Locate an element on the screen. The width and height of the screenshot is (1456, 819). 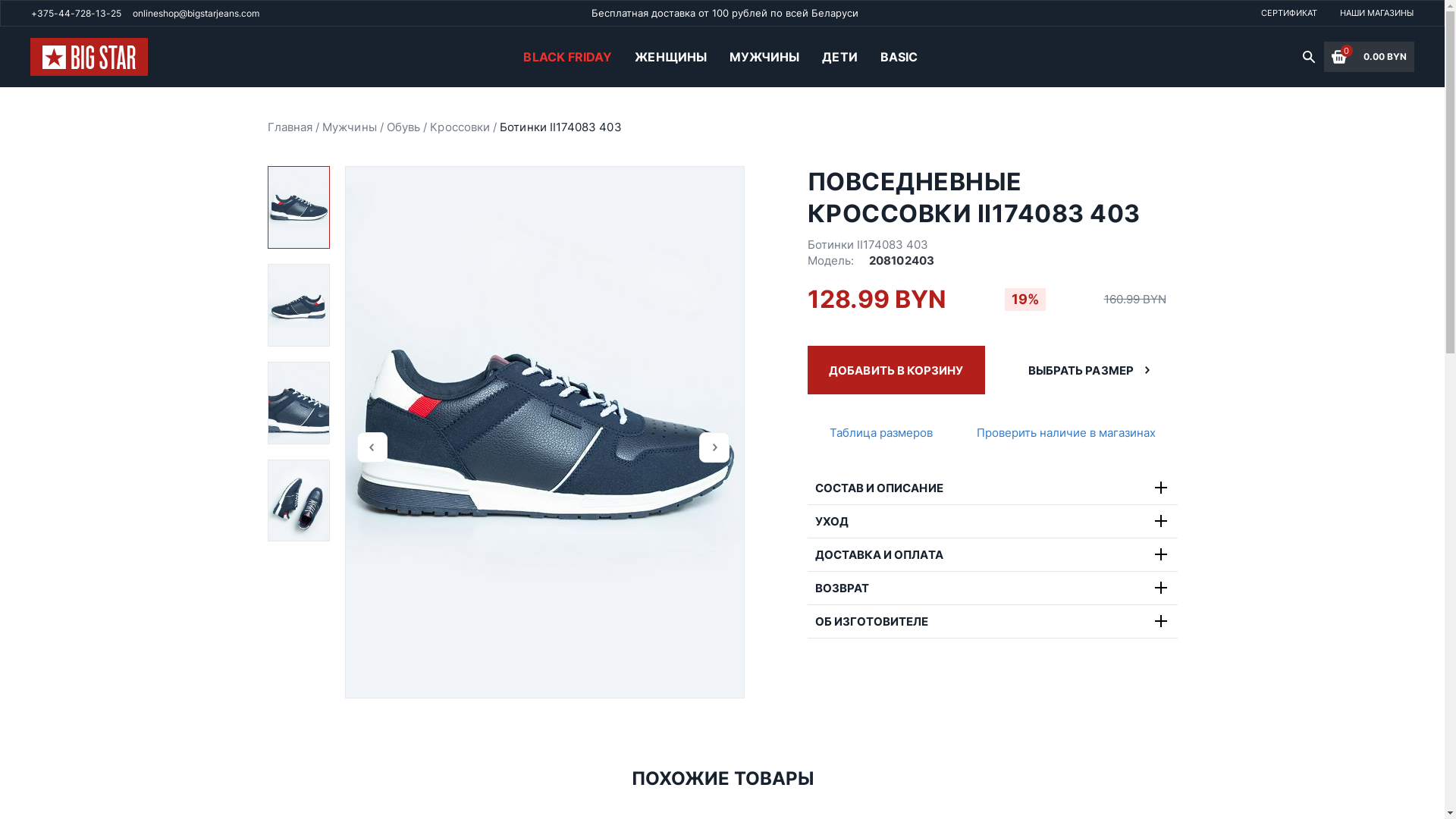
'BLACK FRIDAY' is located at coordinates (566, 55).